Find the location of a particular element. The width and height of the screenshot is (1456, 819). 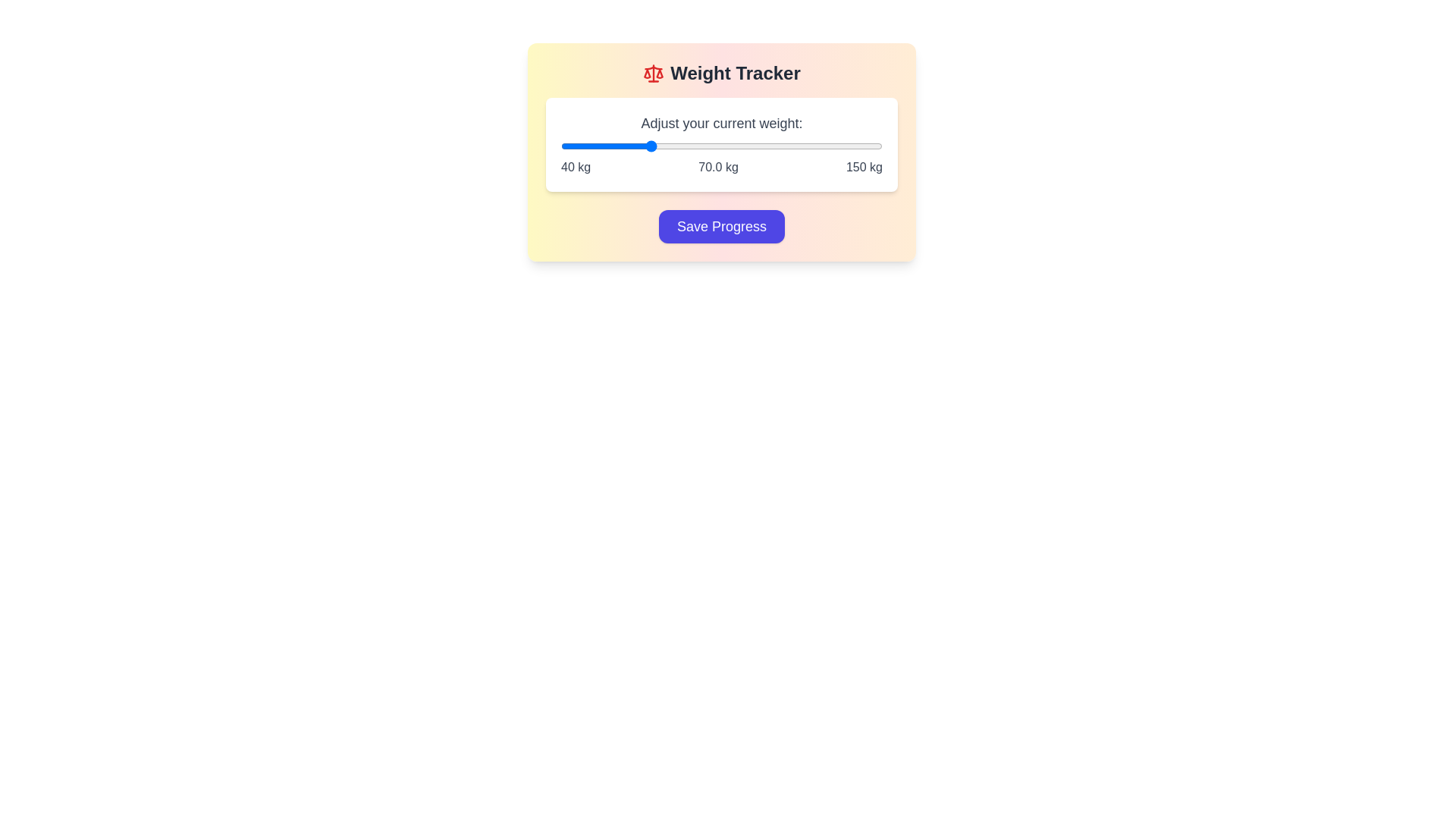

the 'Save Progress' button is located at coordinates (720, 227).